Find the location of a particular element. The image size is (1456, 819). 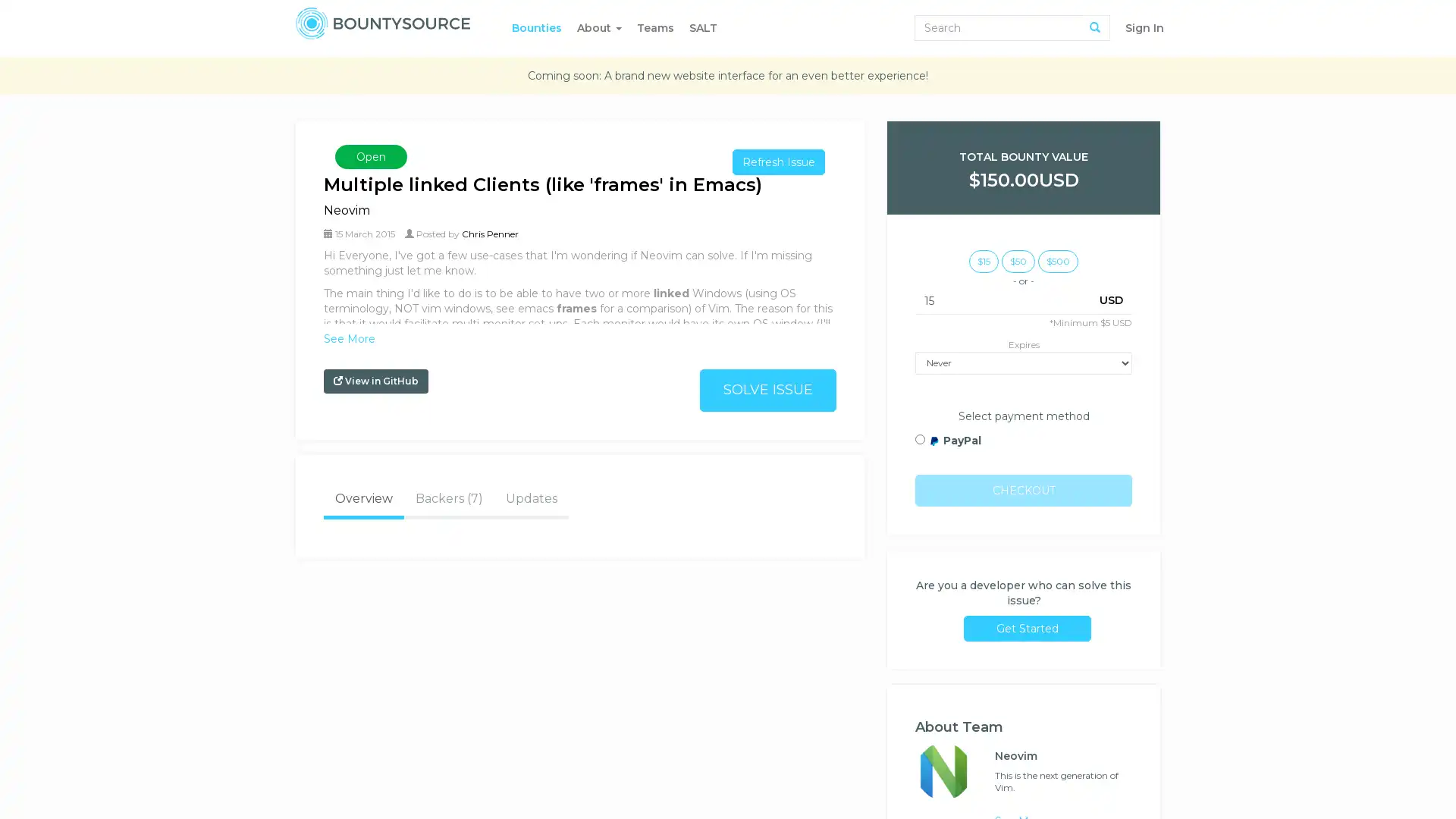

$50 is located at coordinates (1018, 259).